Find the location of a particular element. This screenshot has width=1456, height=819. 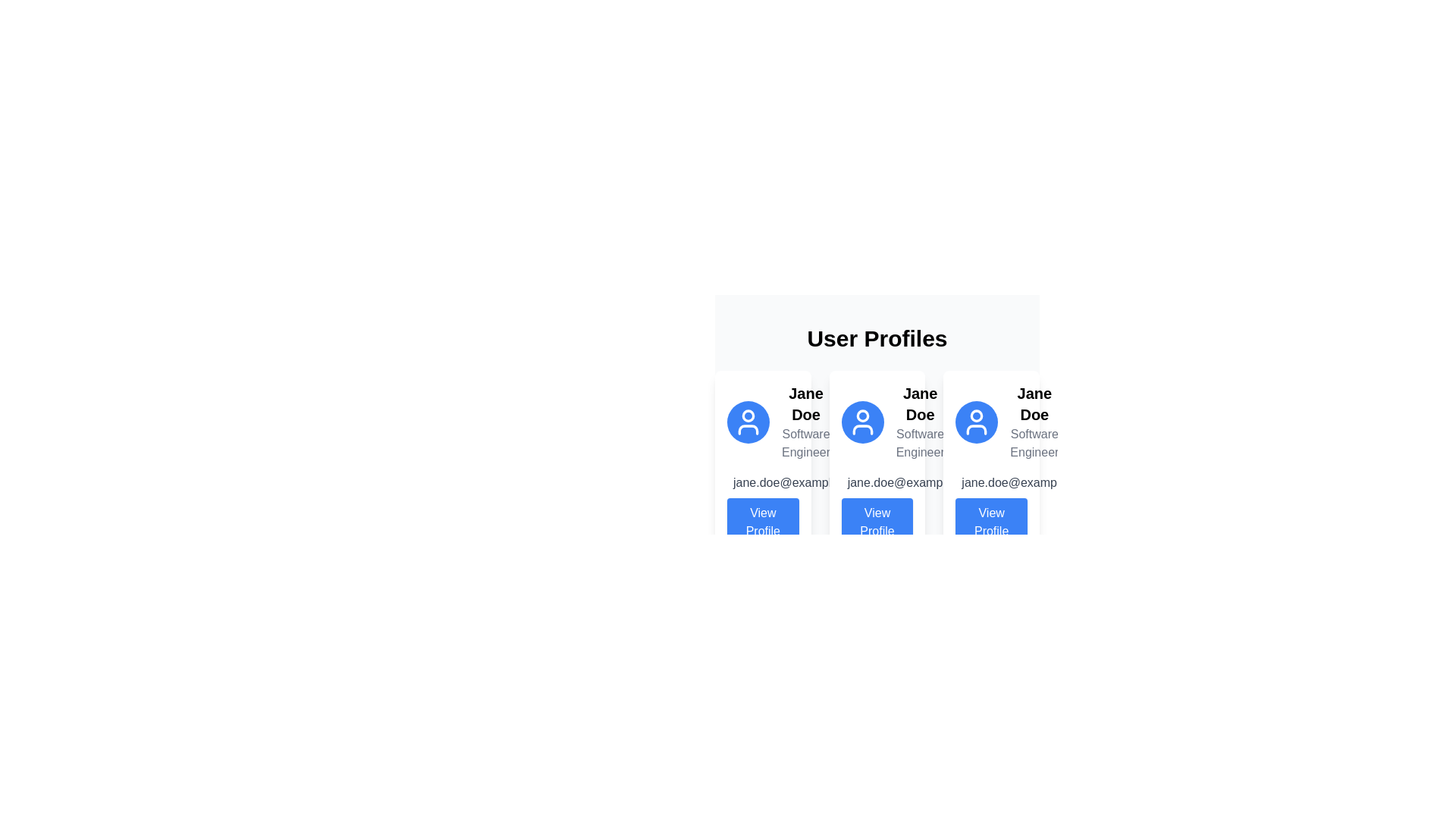

name displayed at the top of the first profile card in the horizontal list, which serves as the title or name for the individual is located at coordinates (805, 403).